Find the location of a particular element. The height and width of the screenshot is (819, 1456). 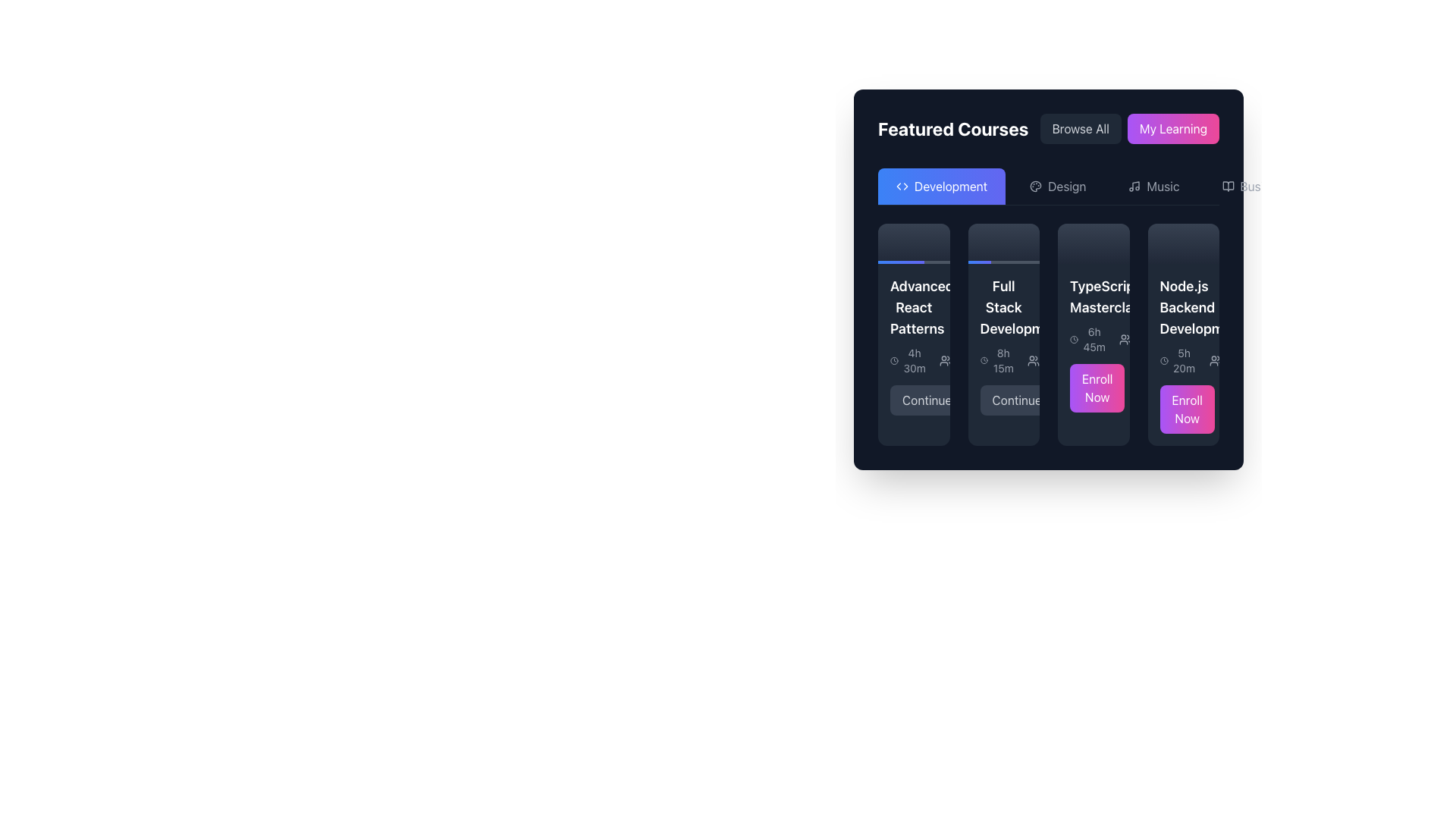

the 'Enroll Now' button, which is a rectangular button with rounded corners, featuring a gradient from purple to pink and bold white text, located under the 'TypeScript Masterclass' course card in the 'Featured Courses' section is located at coordinates (1097, 388).